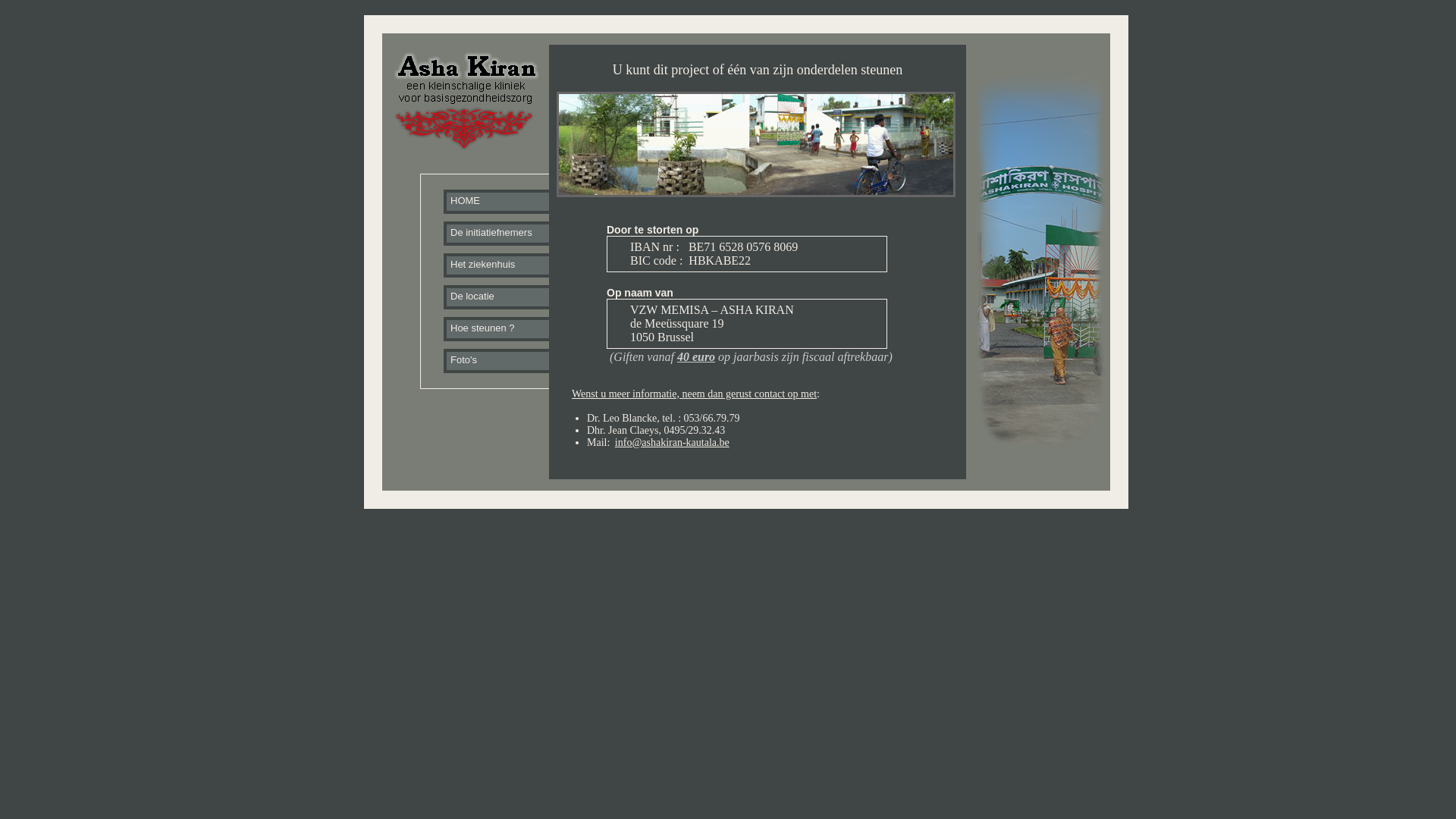 The width and height of the screenshot is (1456, 819). Describe the element at coordinates (508, 362) in the screenshot. I see `'Foto's'` at that location.